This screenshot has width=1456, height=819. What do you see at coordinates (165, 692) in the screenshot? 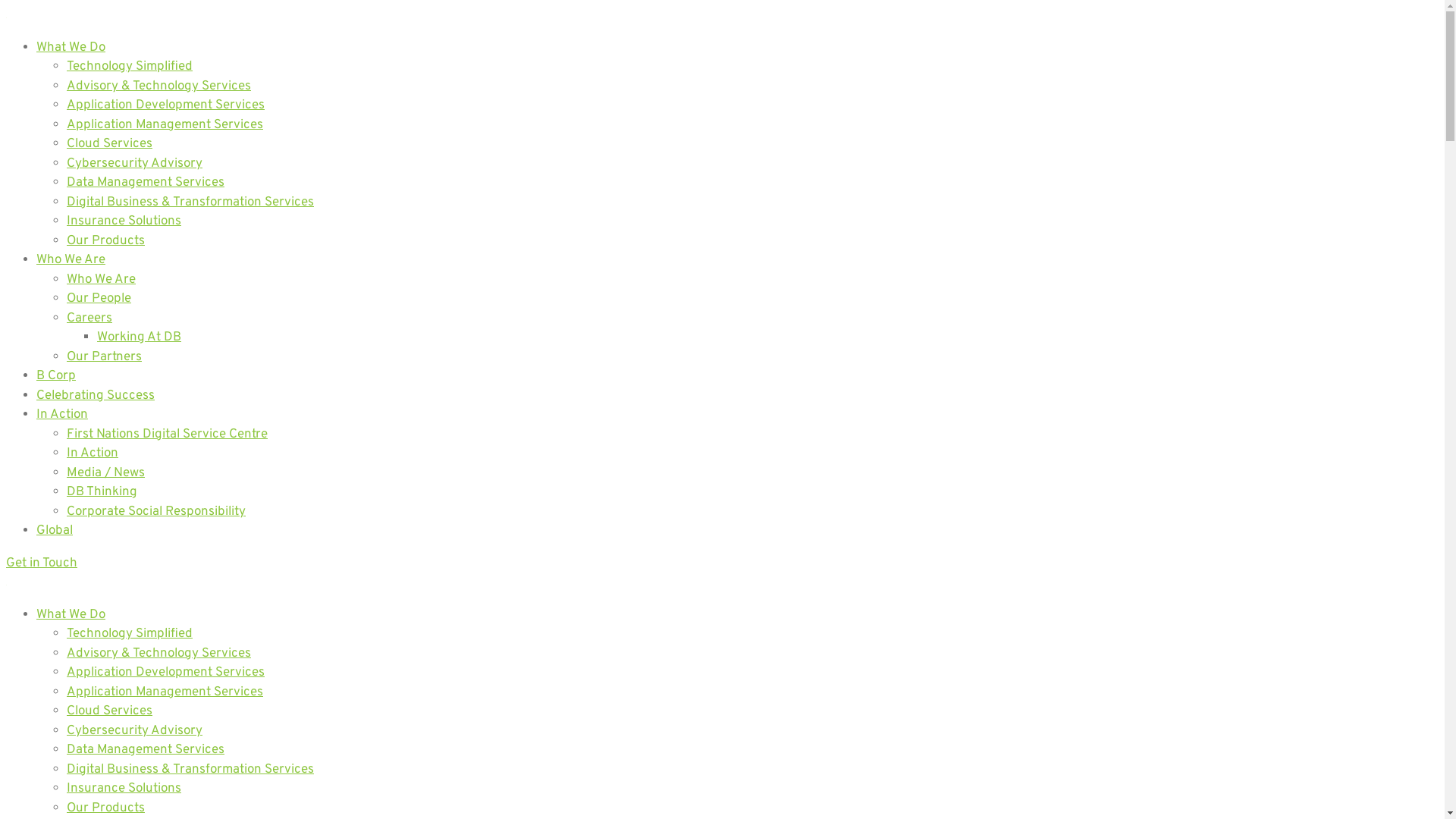
I see `'Application Management Services'` at bounding box center [165, 692].